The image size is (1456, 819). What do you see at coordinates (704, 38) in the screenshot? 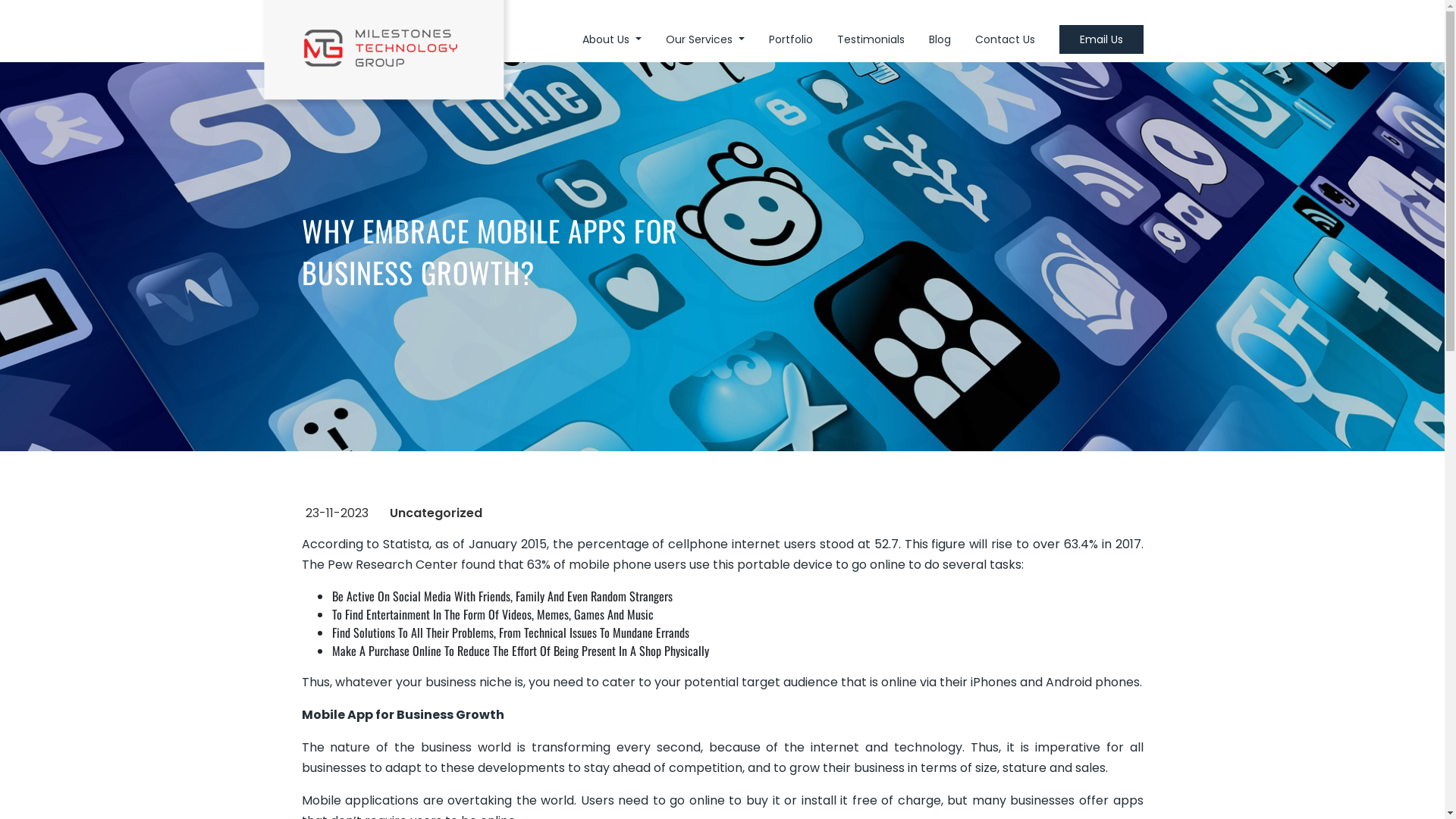
I see `'Our Services'` at bounding box center [704, 38].